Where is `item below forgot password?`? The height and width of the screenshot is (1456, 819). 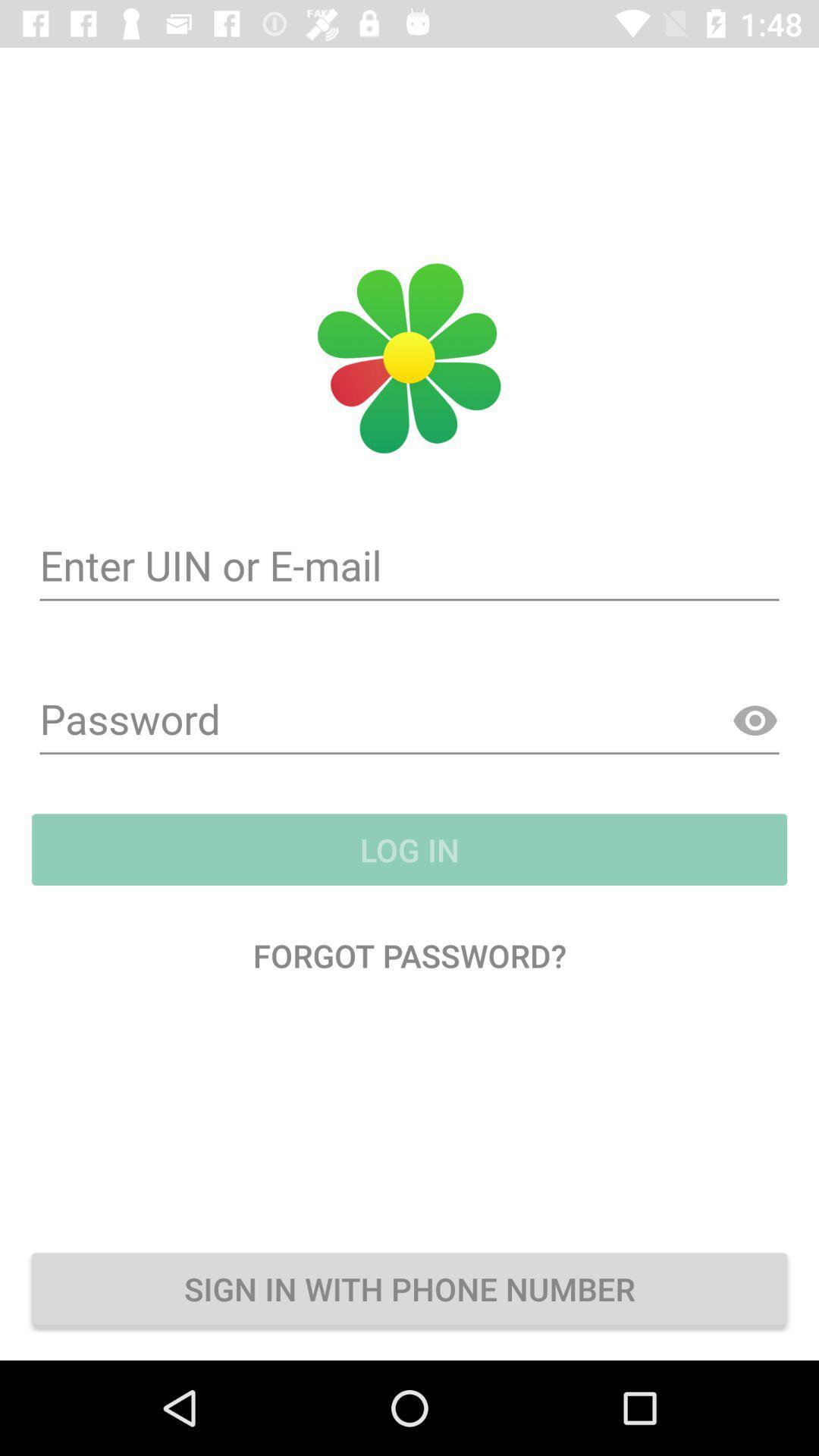 item below forgot password? is located at coordinates (409, 1288).